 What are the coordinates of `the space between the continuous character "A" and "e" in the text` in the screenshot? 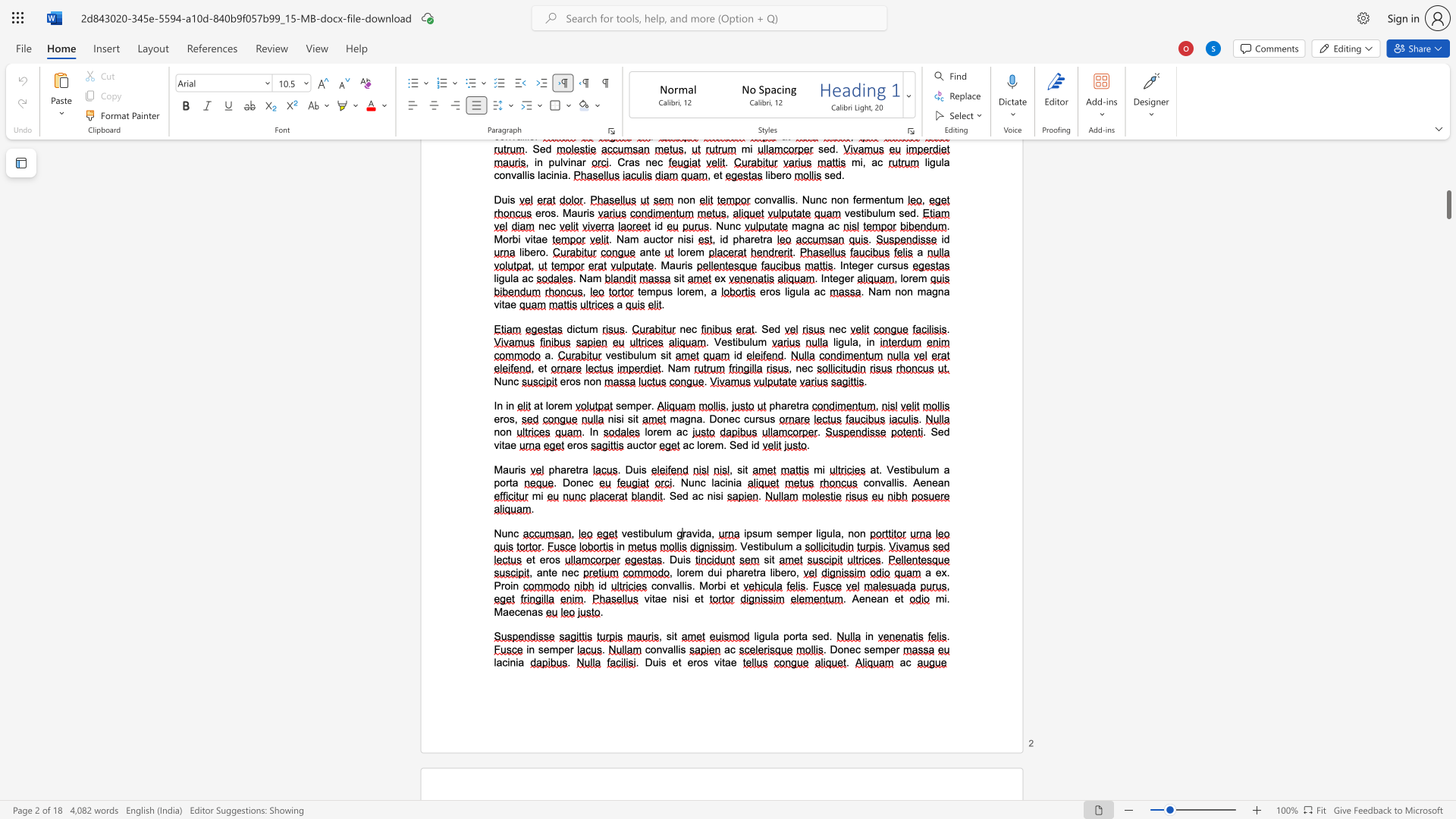 It's located at (919, 482).